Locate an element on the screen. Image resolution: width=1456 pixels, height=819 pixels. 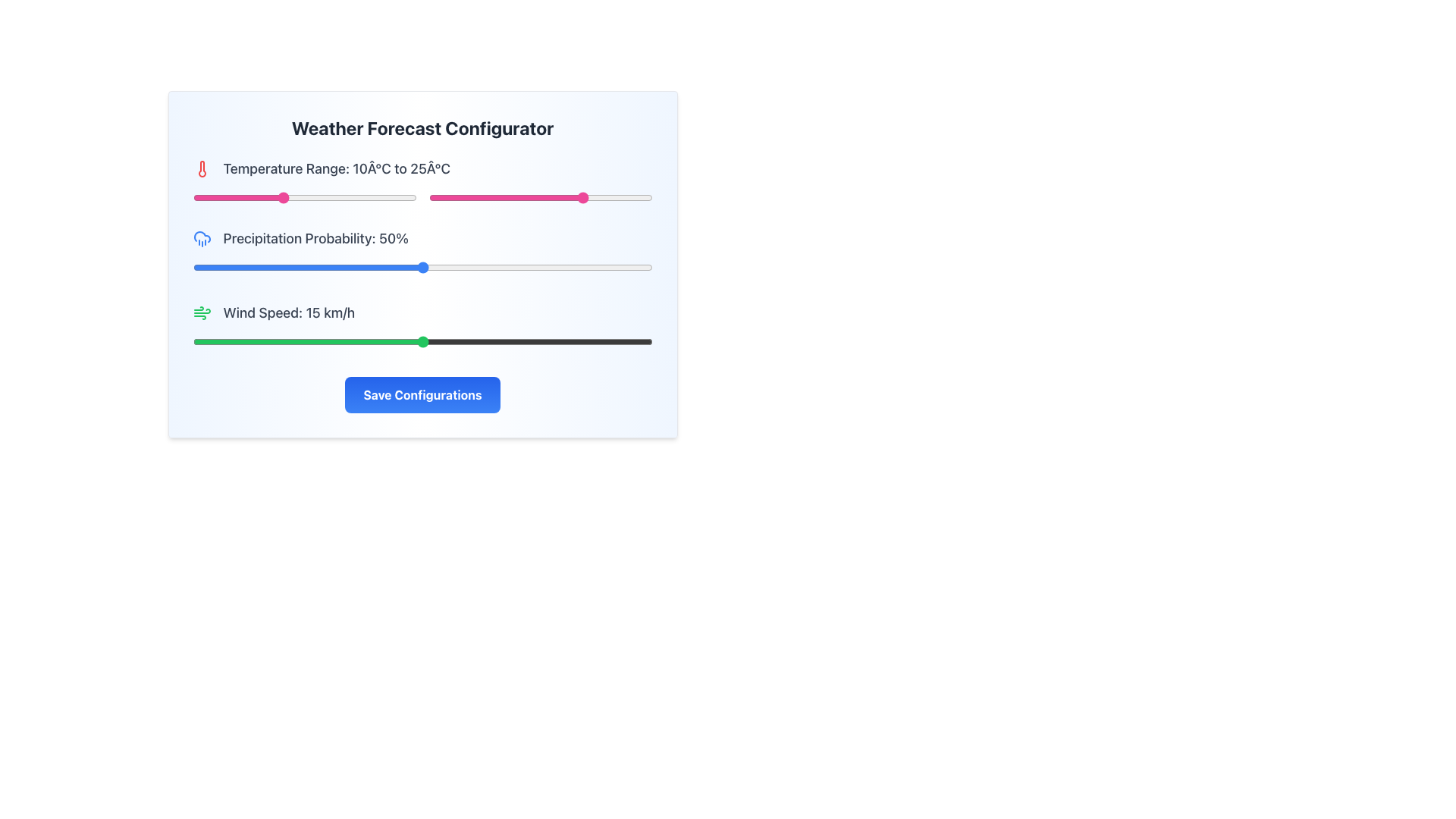
the first input range slider, which is styled with a pink highlight on the left side and is located near the label 'Temperature Range: 10°C to 25°C', to reposition the slider thumb is located at coordinates (304, 197).